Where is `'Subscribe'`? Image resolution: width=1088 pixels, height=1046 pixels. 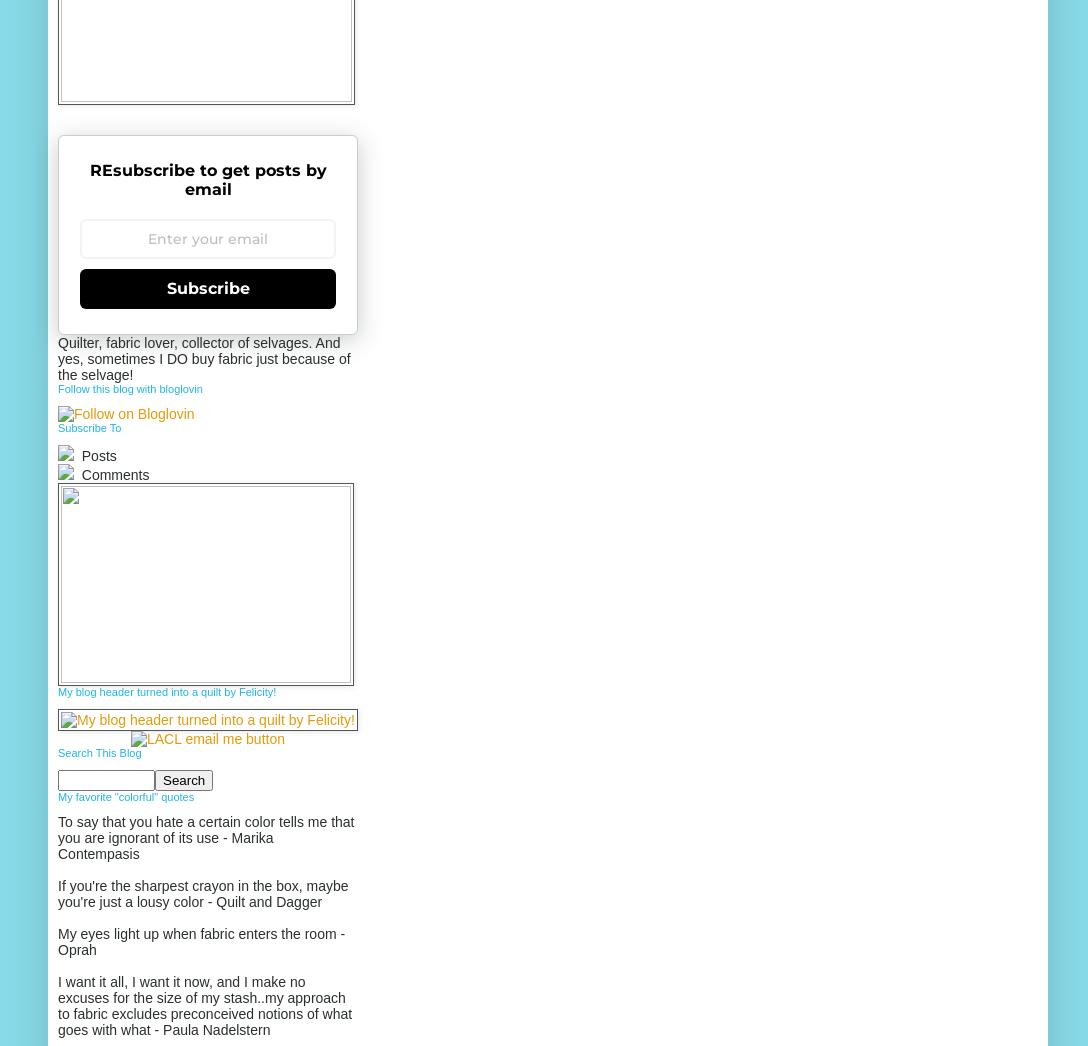 'Subscribe' is located at coordinates (165, 288).